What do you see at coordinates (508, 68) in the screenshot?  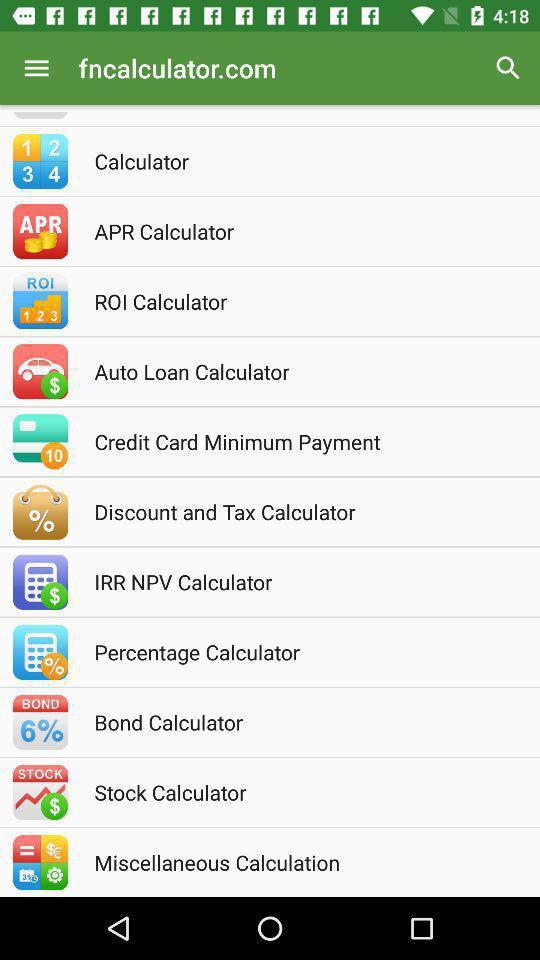 I see `the icon to the right of fncalculator.com item` at bounding box center [508, 68].